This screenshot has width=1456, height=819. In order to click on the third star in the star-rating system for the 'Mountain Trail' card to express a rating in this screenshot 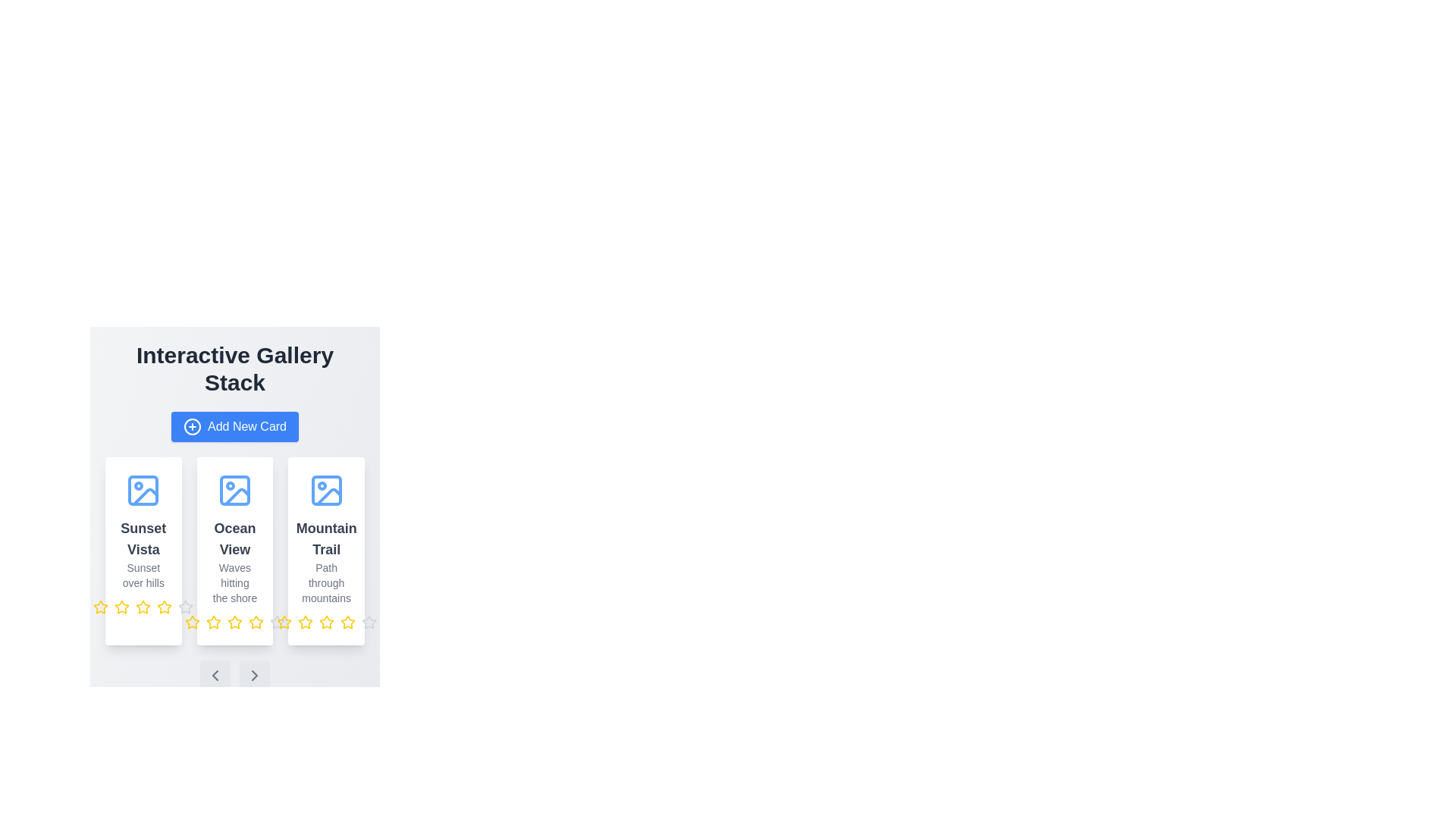, I will do `click(325, 623)`.